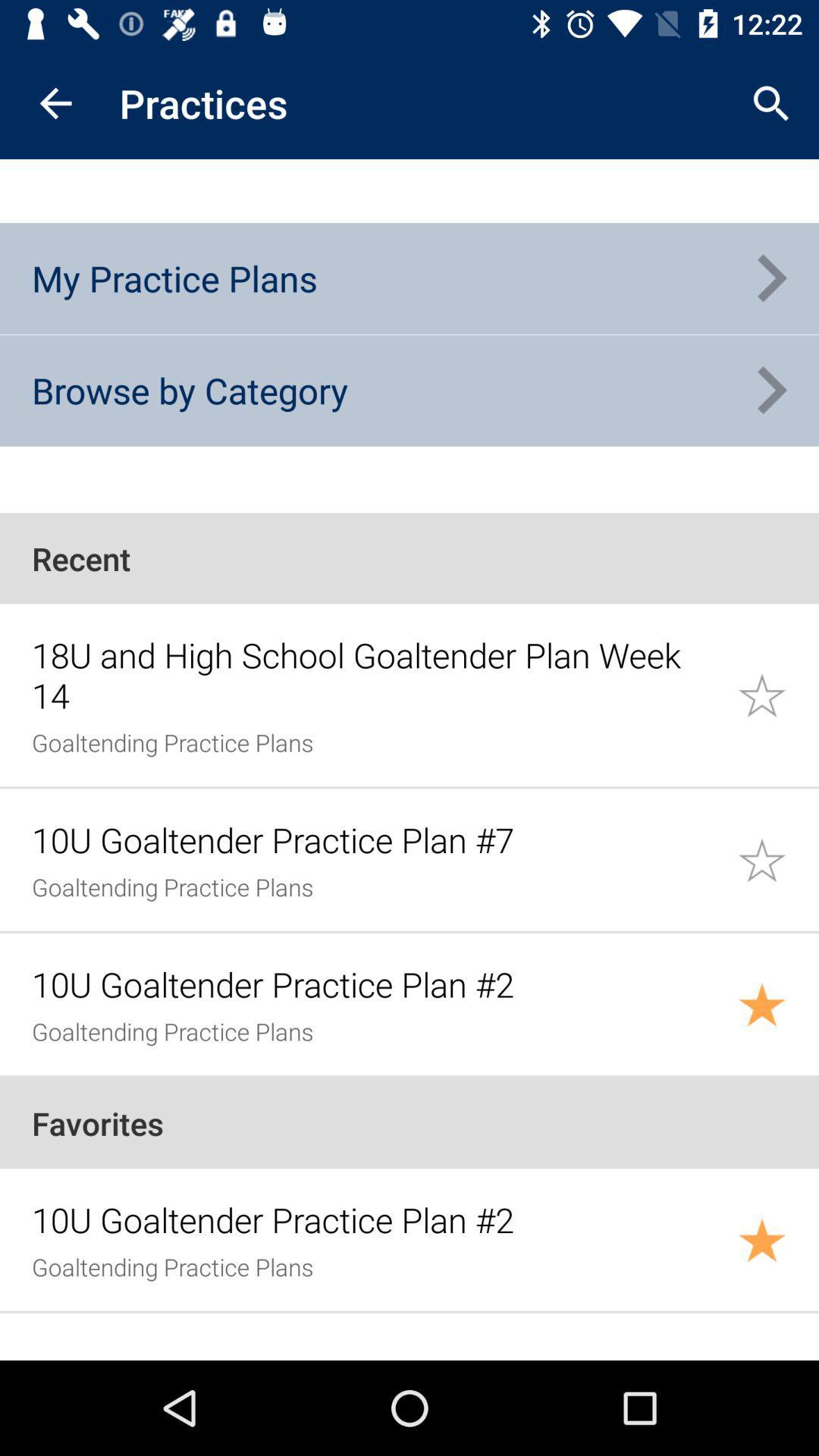  What do you see at coordinates (409, 1123) in the screenshot?
I see `the favorites` at bounding box center [409, 1123].